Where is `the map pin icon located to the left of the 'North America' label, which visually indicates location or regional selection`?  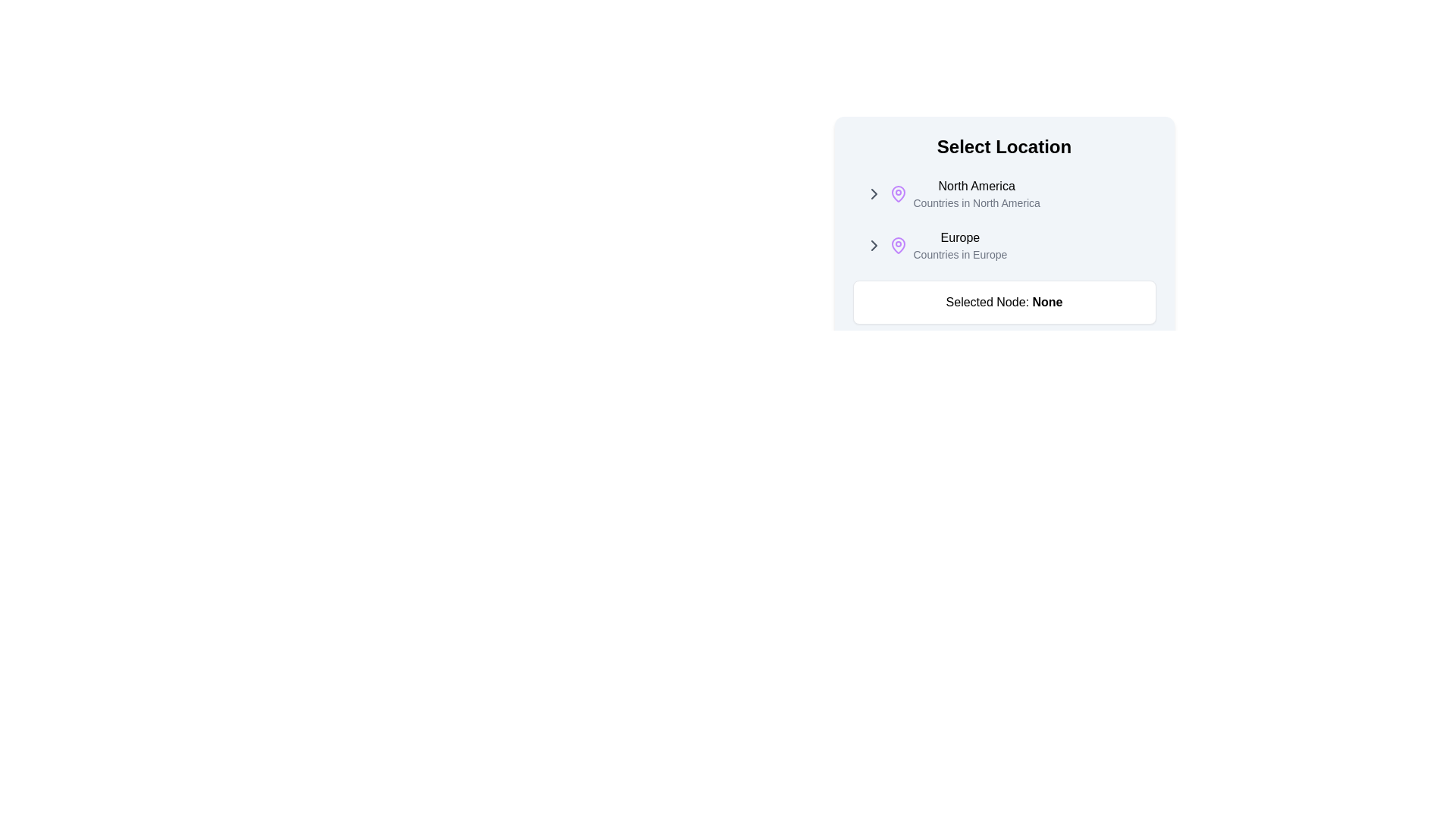 the map pin icon located to the left of the 'North America' label, which visually indicates location or regional selection is located at coordinates (898, 193).